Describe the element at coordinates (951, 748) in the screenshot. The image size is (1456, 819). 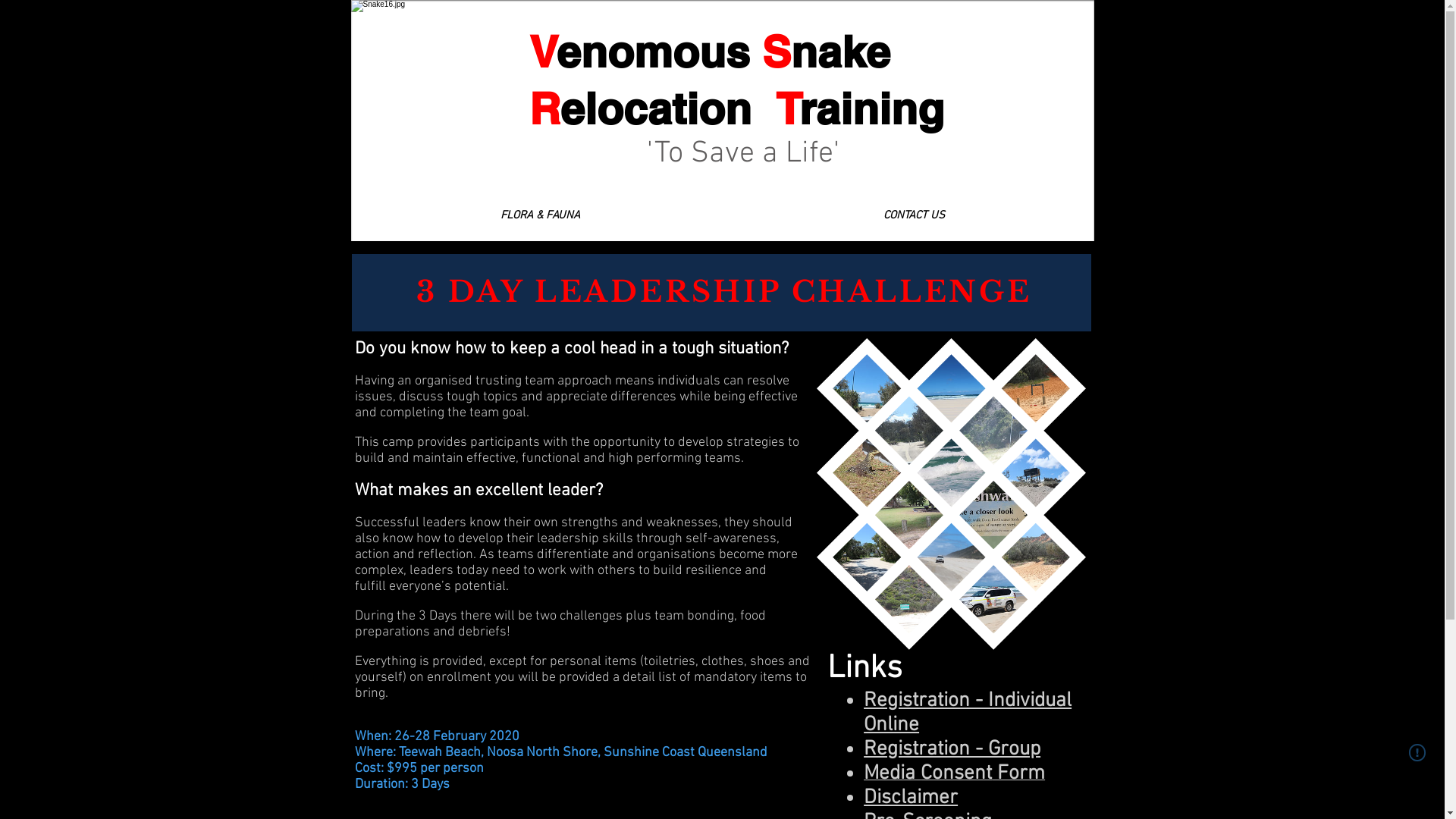
I see `'Registration - Group'` at that location.